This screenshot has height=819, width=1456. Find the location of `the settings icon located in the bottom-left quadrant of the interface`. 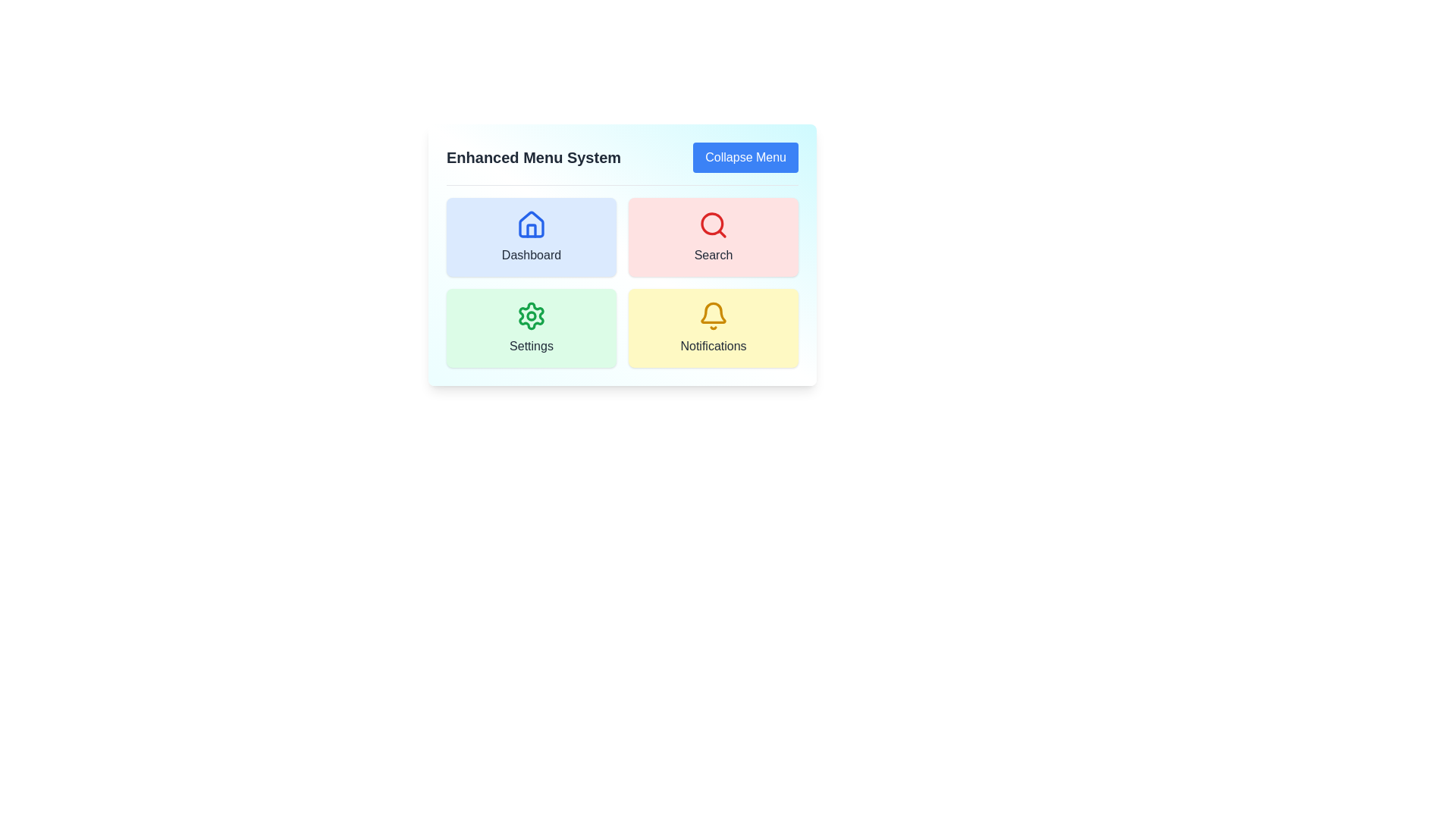

the settings icon located in the bottom-left quadrant of the interface is located at coordinates (531, 315).